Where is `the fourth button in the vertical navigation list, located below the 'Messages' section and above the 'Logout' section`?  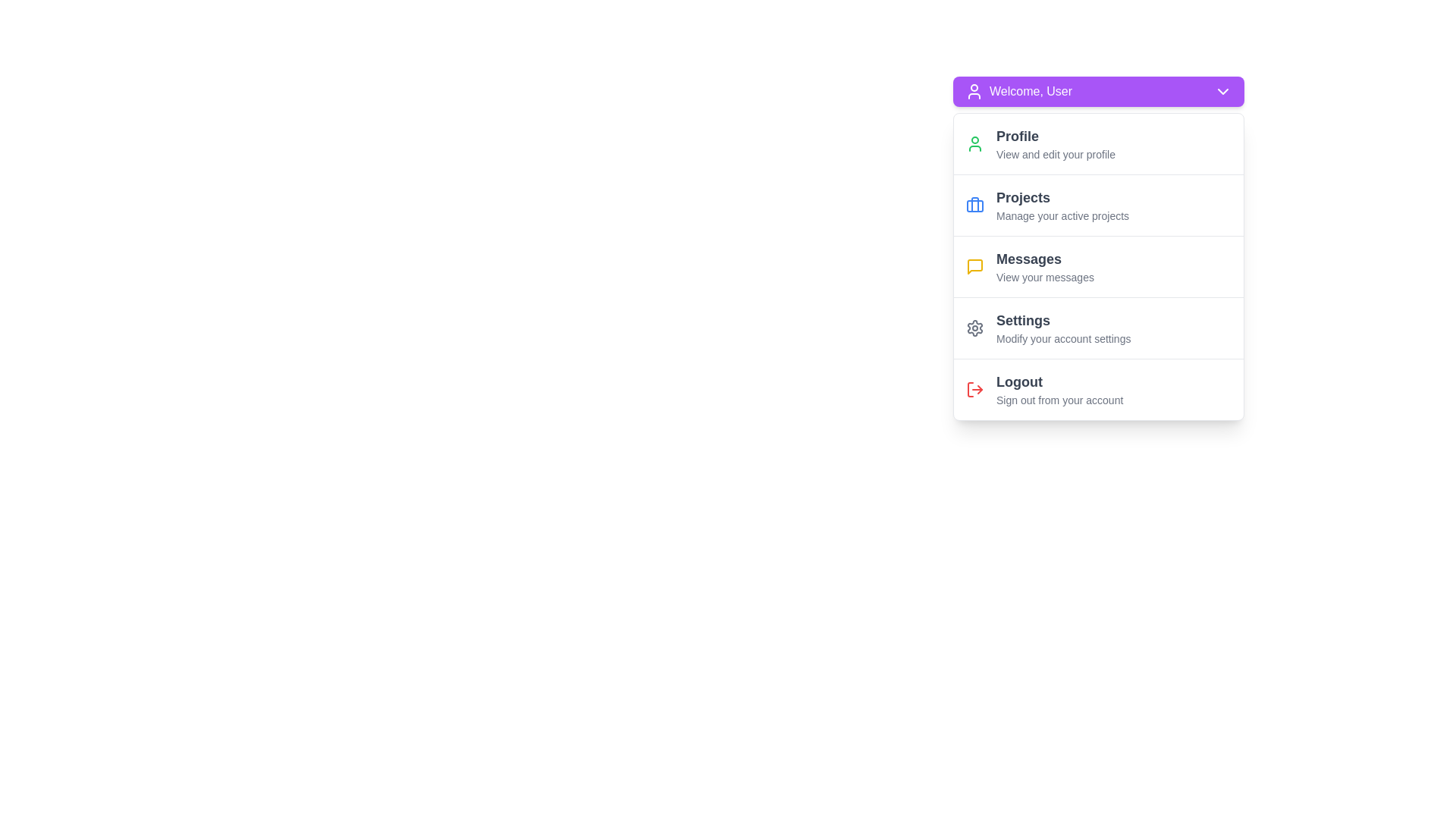 the fourth button in the vertical navigation list, located below the 'Messages' section and above the 'Logout' section is located at coordinates (1099, 327).